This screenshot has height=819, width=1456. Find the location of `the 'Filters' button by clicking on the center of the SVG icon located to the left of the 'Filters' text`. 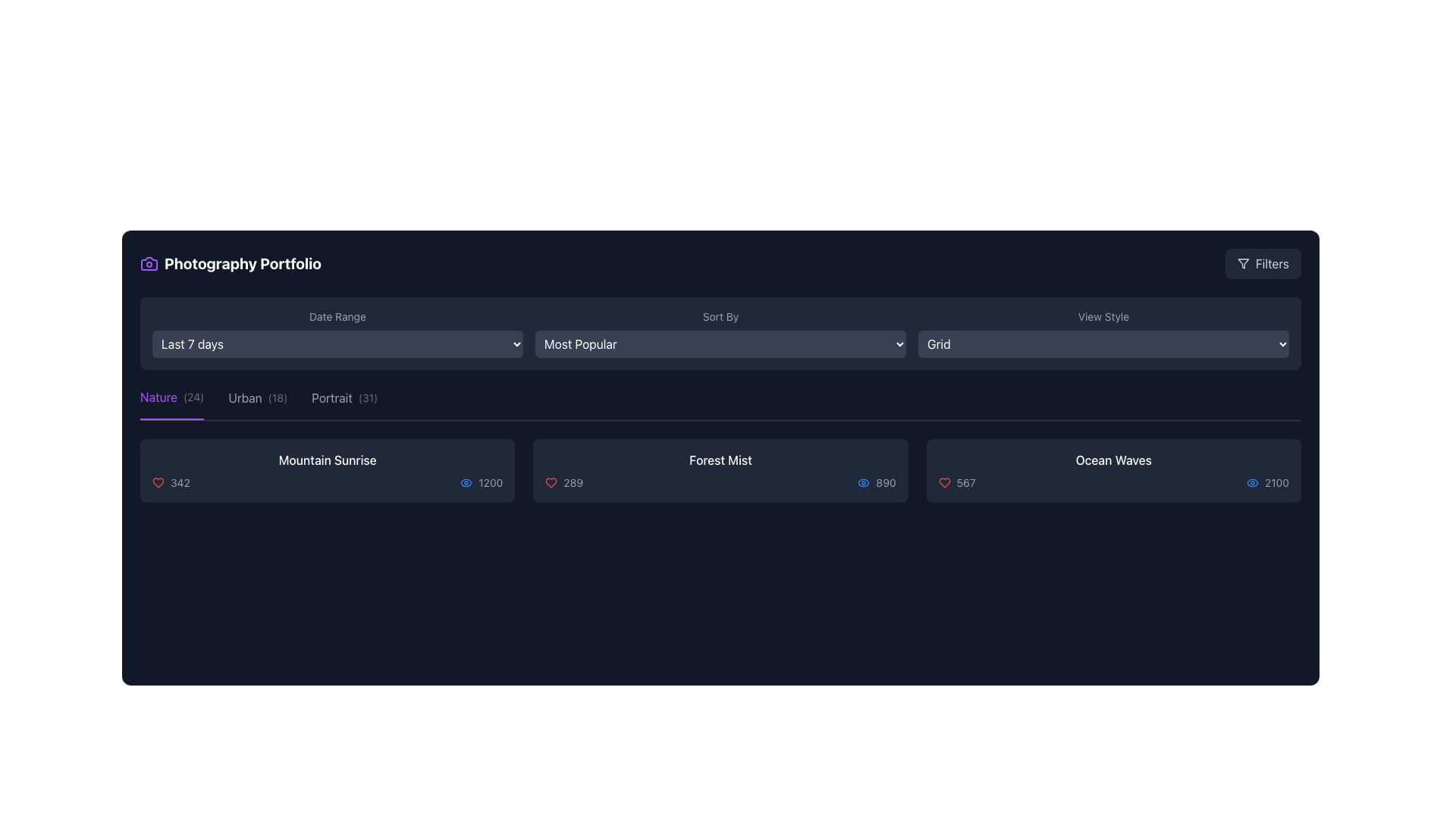

the 'Filters' button by clicking on the center of the SVG icon located to the left of the 'Filters' text is located at coordinates (1243, 262).